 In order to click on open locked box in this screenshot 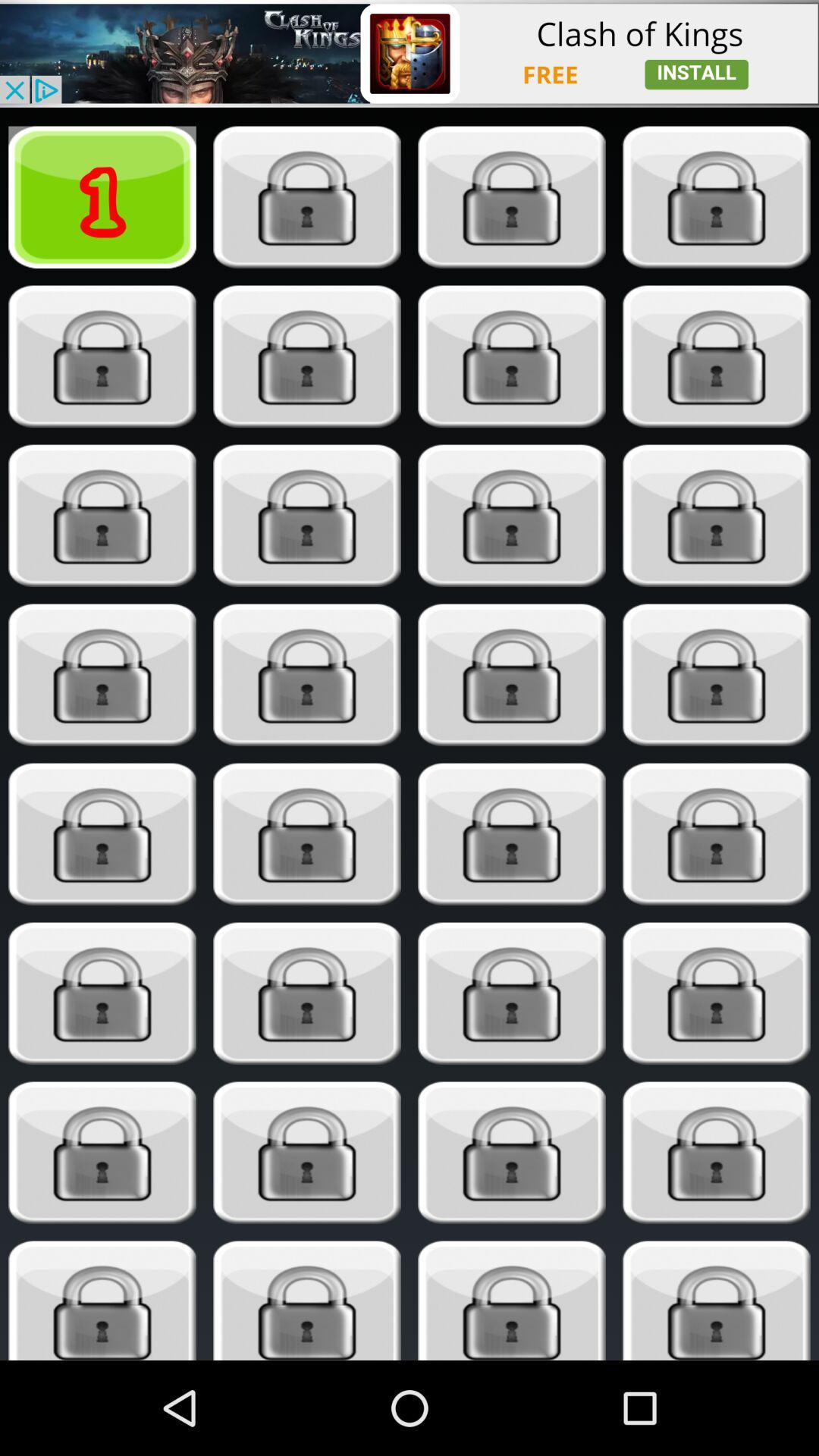, I will do `click(512, 833)`.